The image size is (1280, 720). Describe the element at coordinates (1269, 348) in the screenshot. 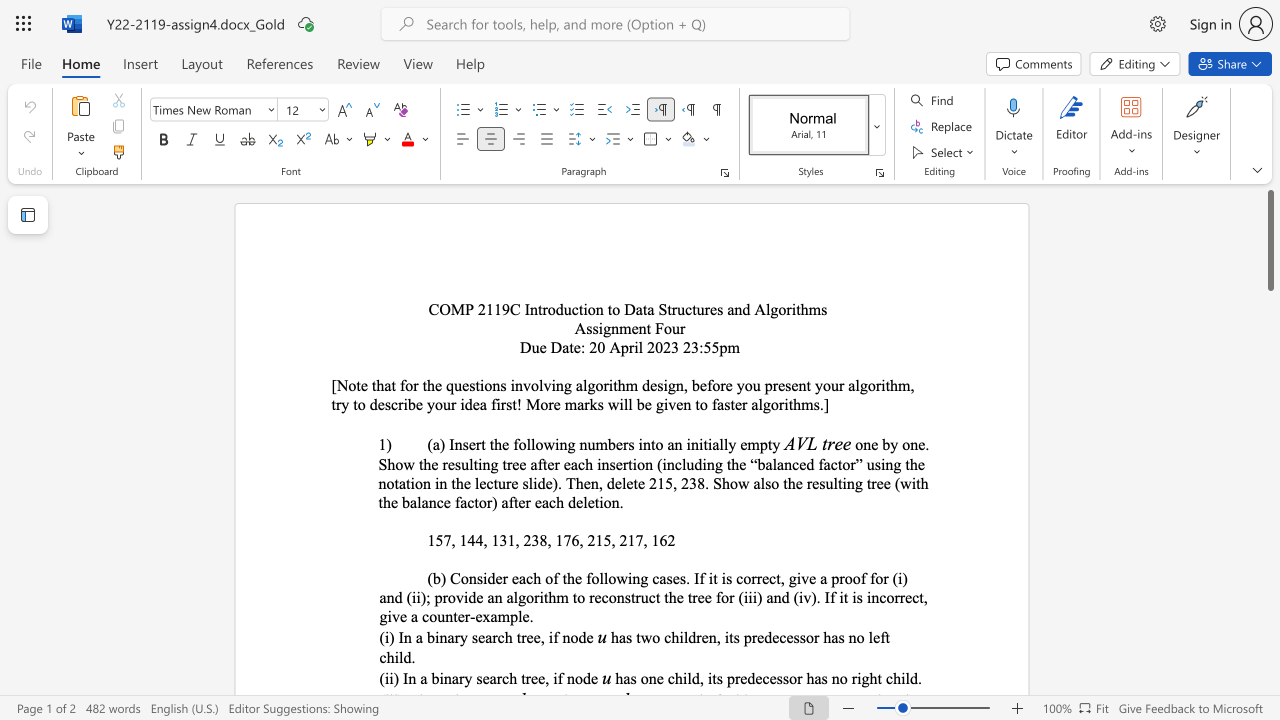

I see `the scrollbar on the side` at that location.